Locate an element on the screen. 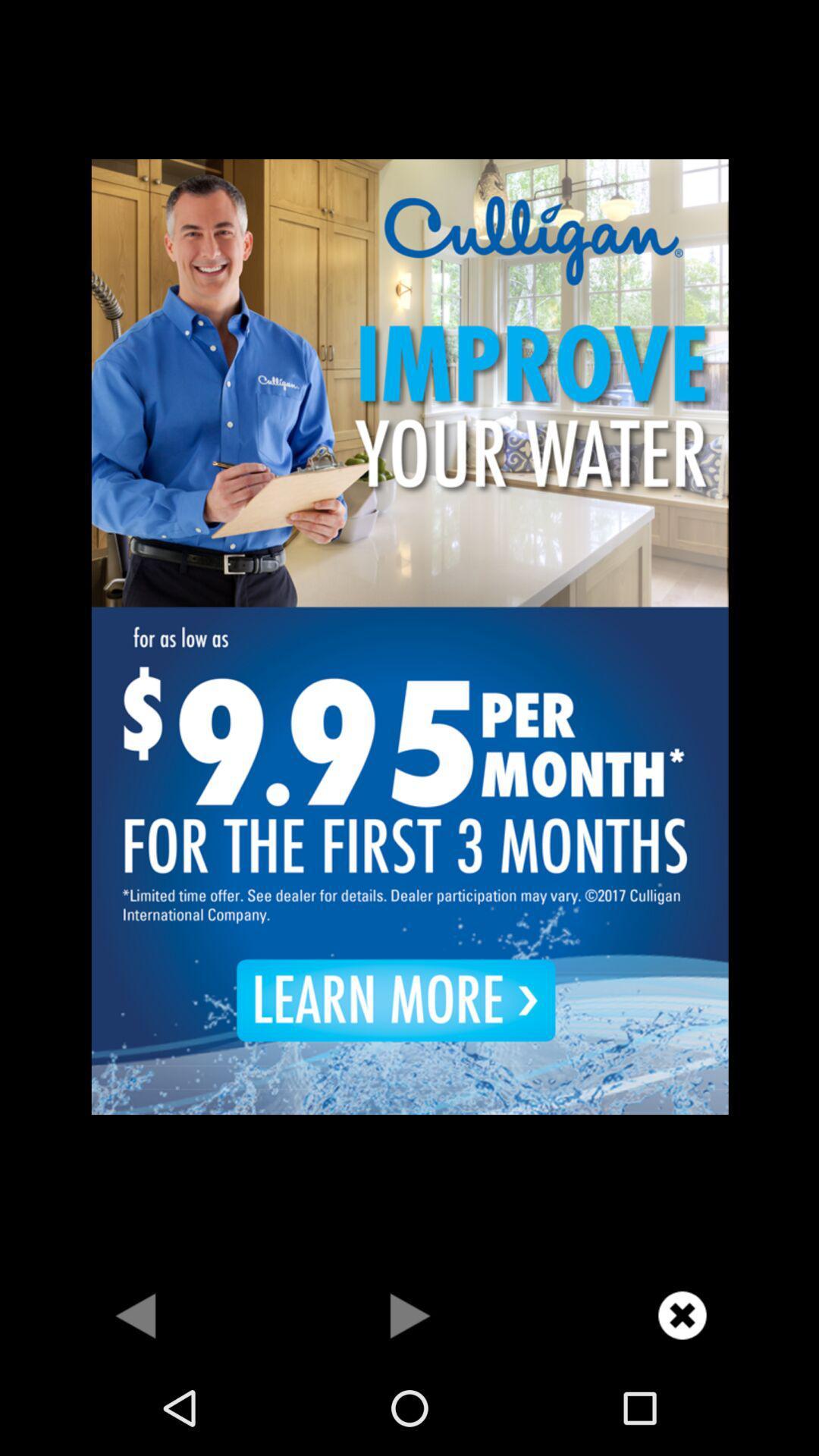 This screenshot has width=819, height=1456. playing option is located at coordinates (409, 1314).